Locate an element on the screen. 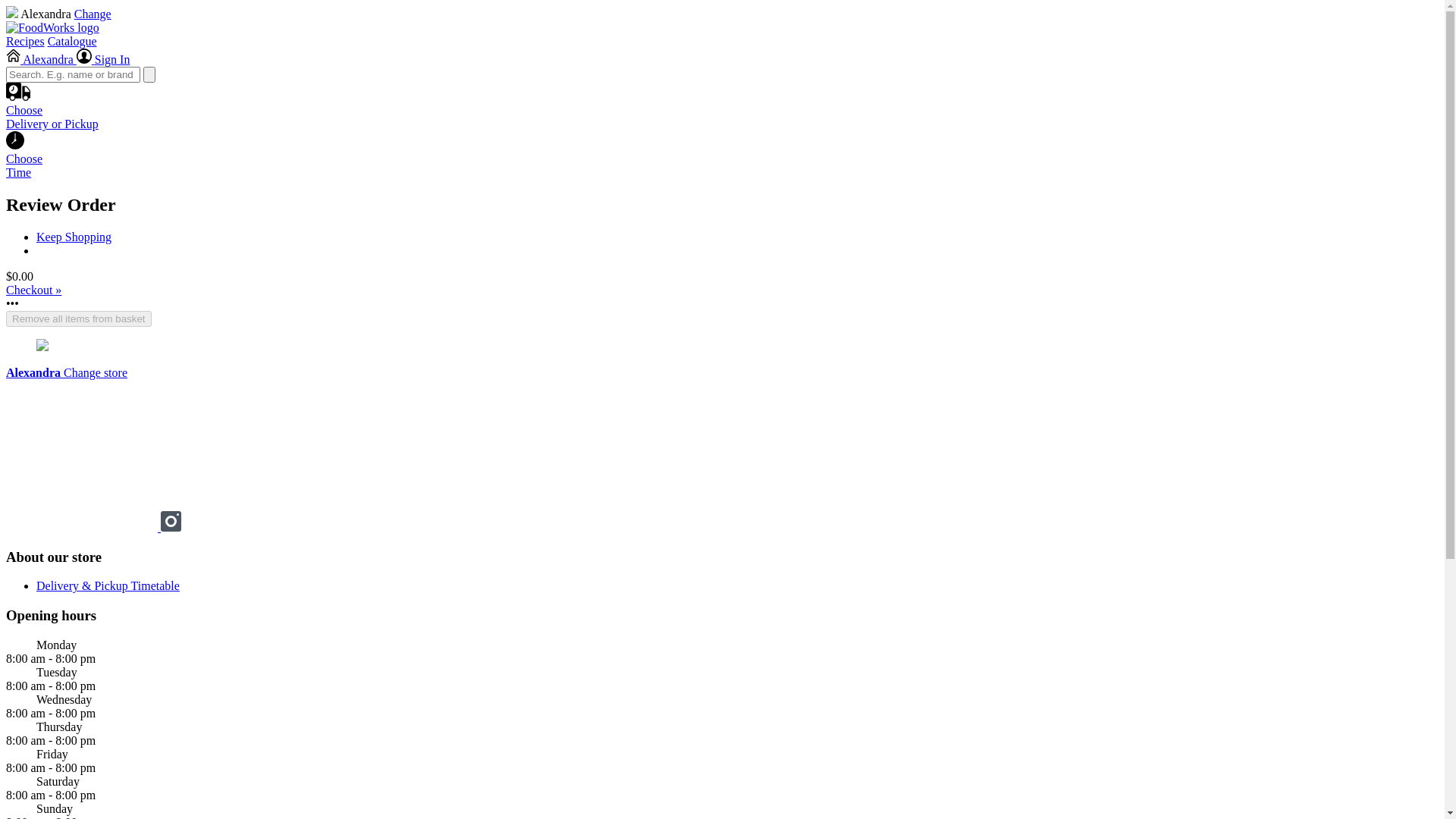  'Keep Shopping' is located at coordinates (73, 237).